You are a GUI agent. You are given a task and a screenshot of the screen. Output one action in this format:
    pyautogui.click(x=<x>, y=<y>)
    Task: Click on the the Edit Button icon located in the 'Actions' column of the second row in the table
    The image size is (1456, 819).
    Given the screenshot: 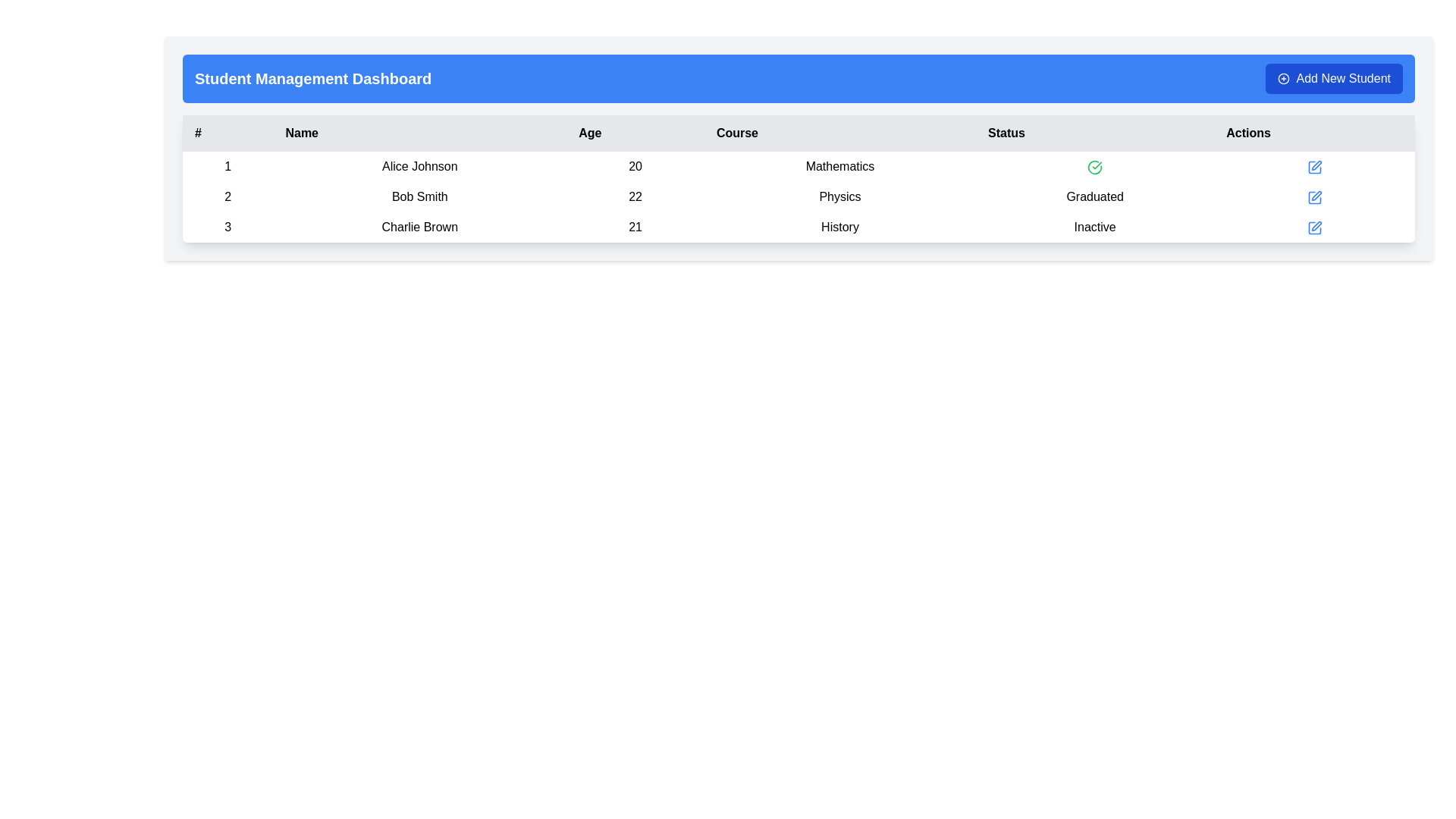 What is the action you would take?
    pyautogui.click(x=1313, y=196)
    